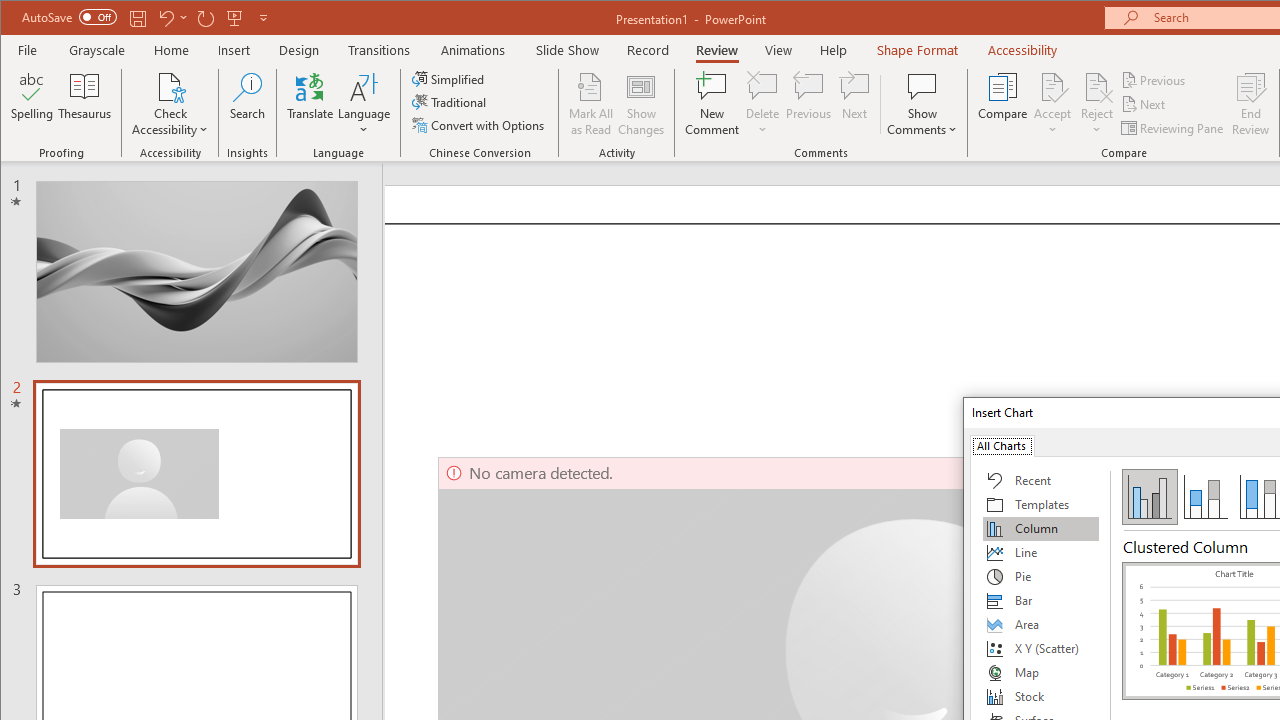 This screenshot has height=720, width=1280. Describe the element at coordinates (1144, 104) in the screenshot. I see `'Next'` at that location.